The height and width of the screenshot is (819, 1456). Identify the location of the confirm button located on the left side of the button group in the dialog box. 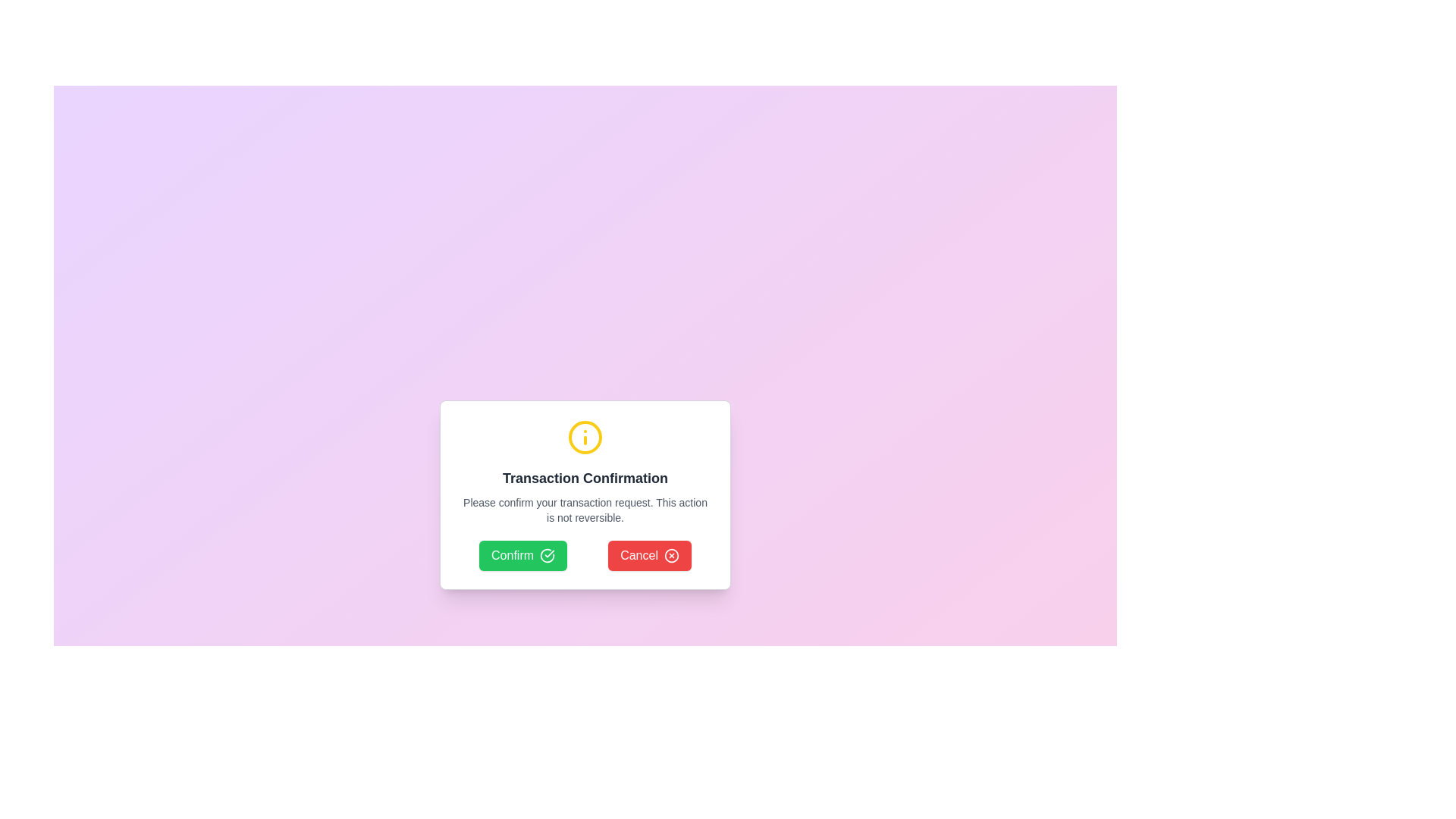
(523, 555).